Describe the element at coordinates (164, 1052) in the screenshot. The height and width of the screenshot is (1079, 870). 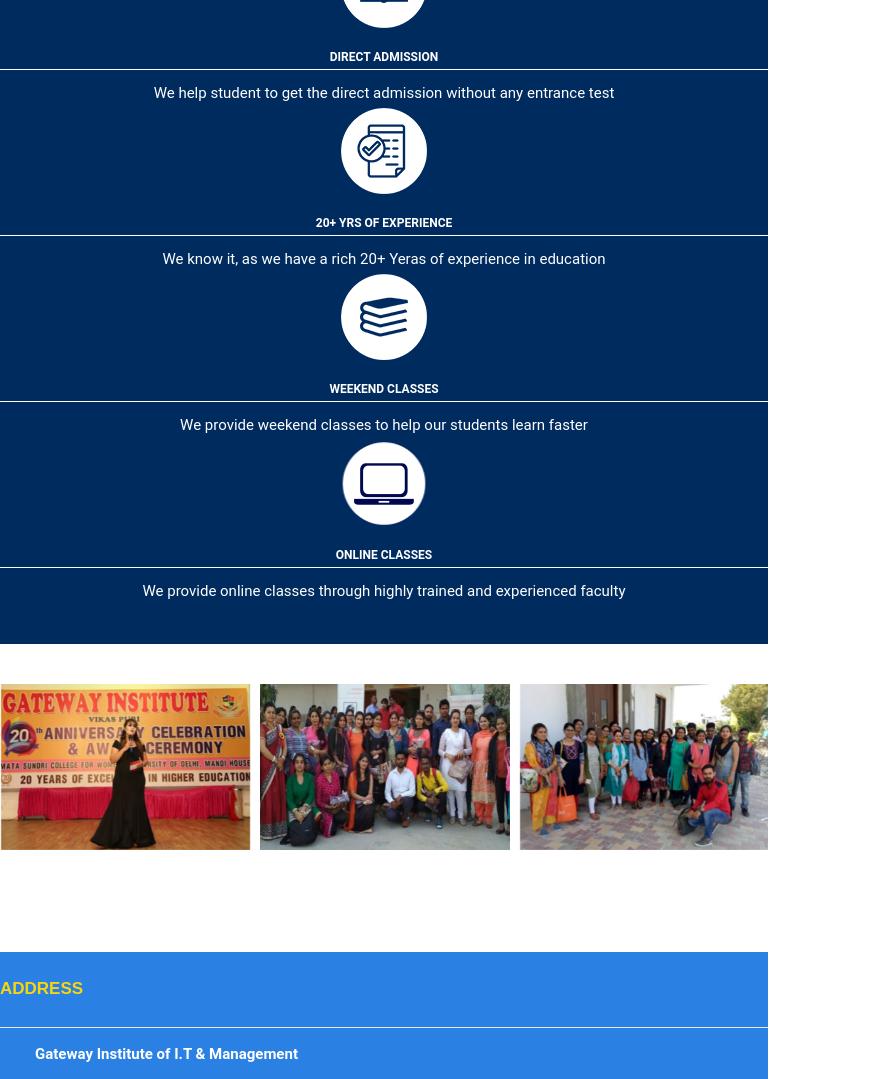
I see `'Gateway Institute of I.T & Management'` at that location.